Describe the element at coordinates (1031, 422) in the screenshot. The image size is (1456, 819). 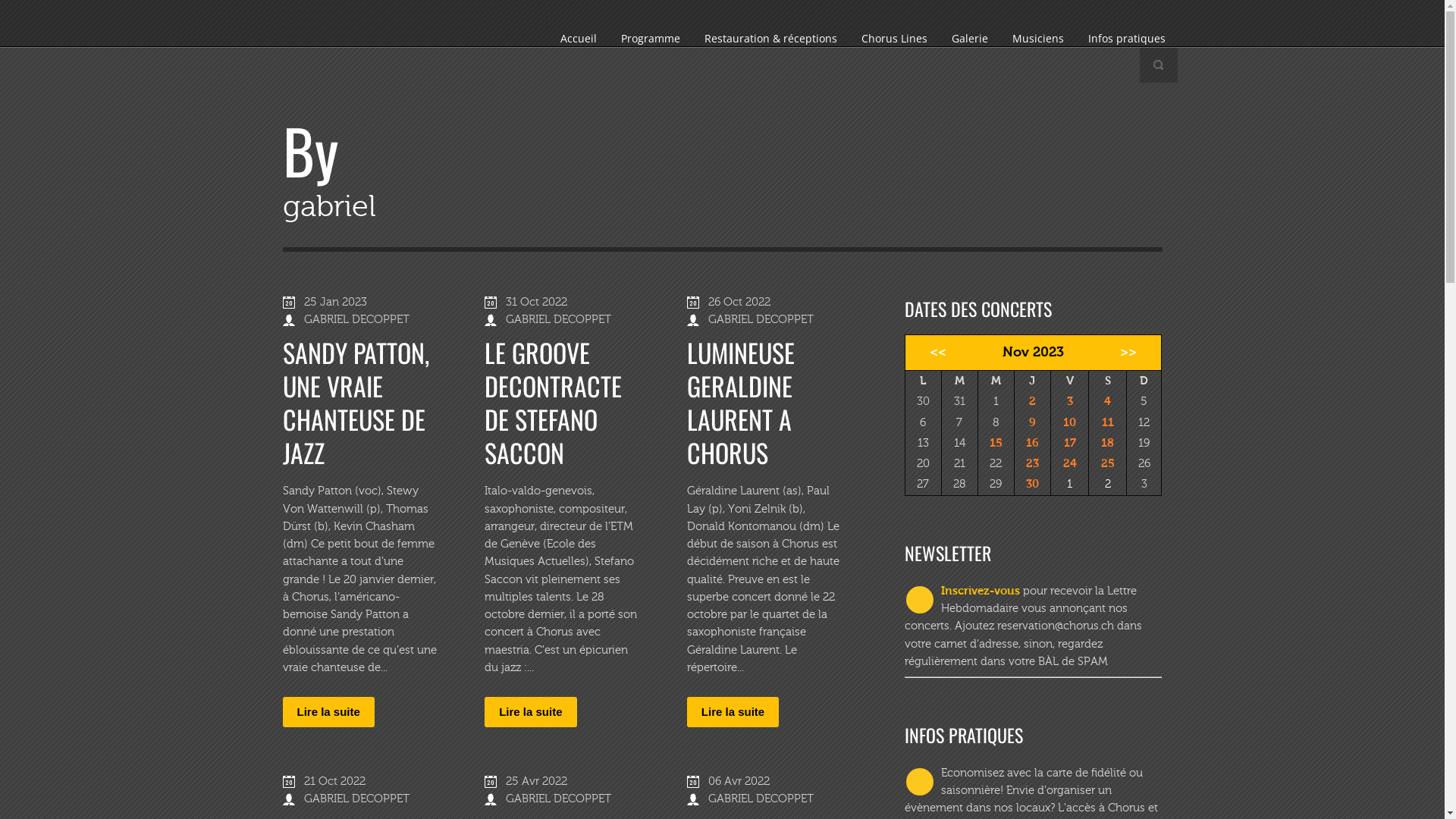
I see `'9'` at that location.